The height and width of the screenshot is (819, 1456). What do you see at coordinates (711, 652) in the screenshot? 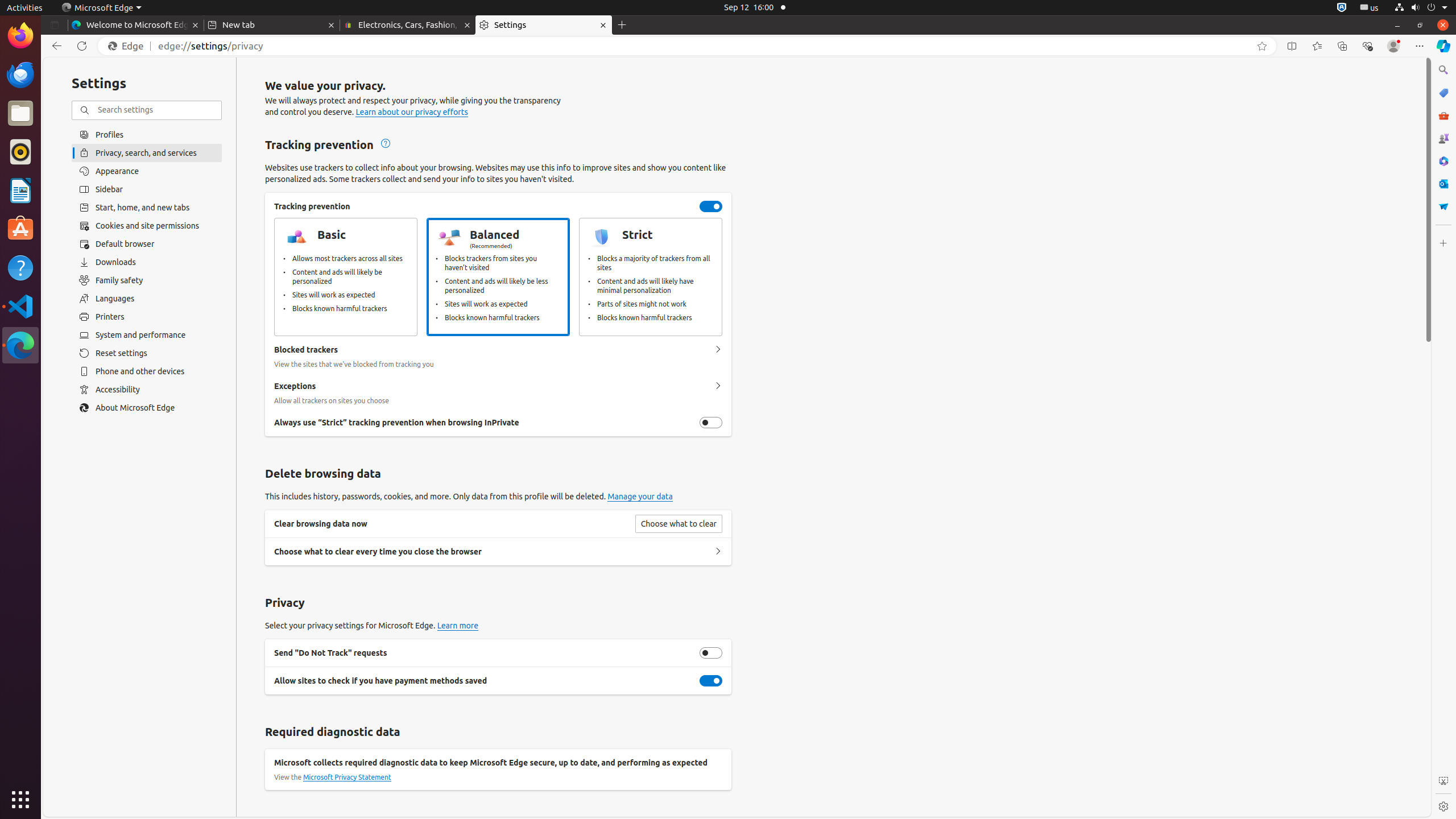
I see `'Send "Do Not Track" requests'` at bounding box center [711, 652].